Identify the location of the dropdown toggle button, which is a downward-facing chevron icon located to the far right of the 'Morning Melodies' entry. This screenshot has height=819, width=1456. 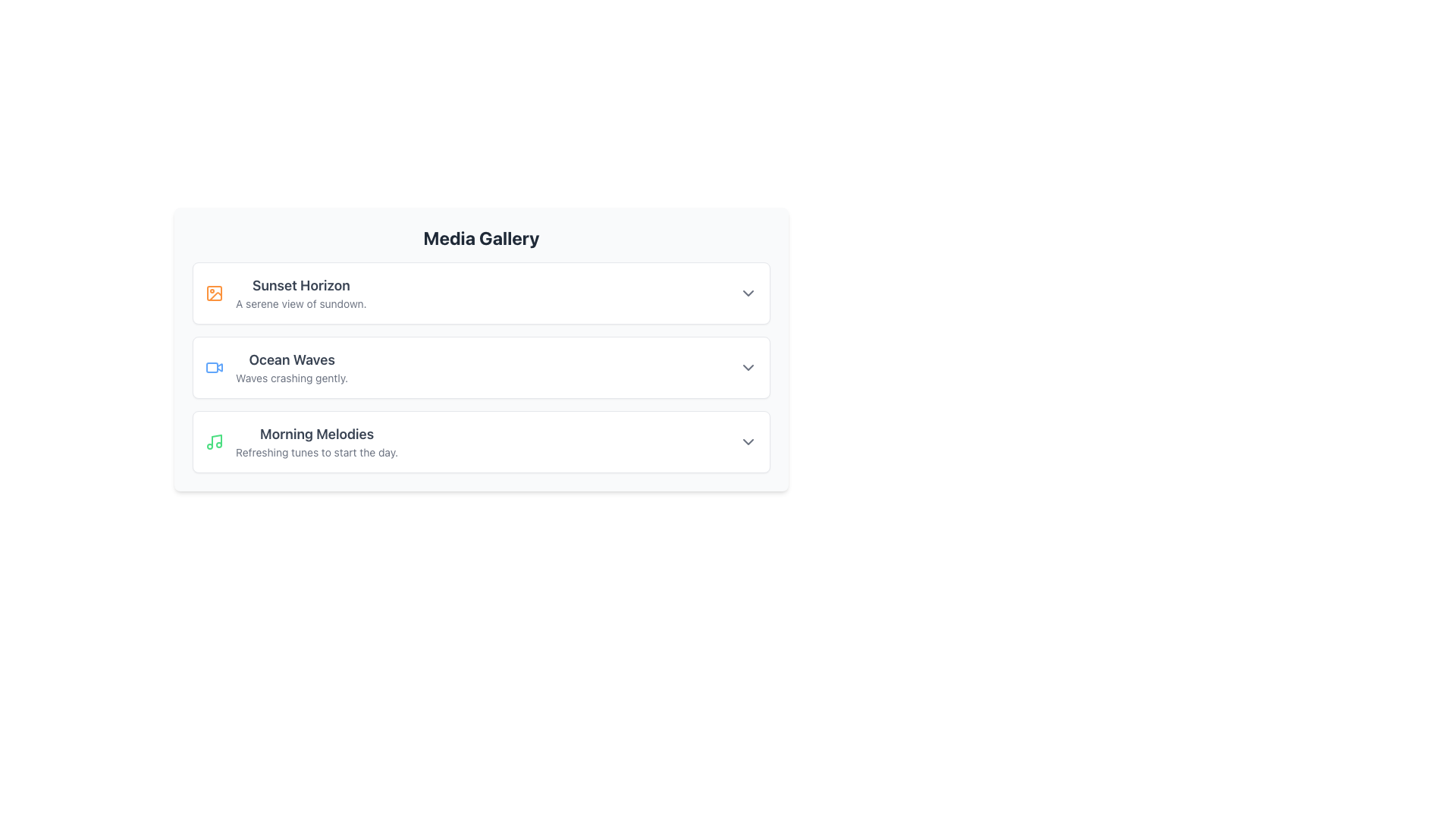
(748, 441).